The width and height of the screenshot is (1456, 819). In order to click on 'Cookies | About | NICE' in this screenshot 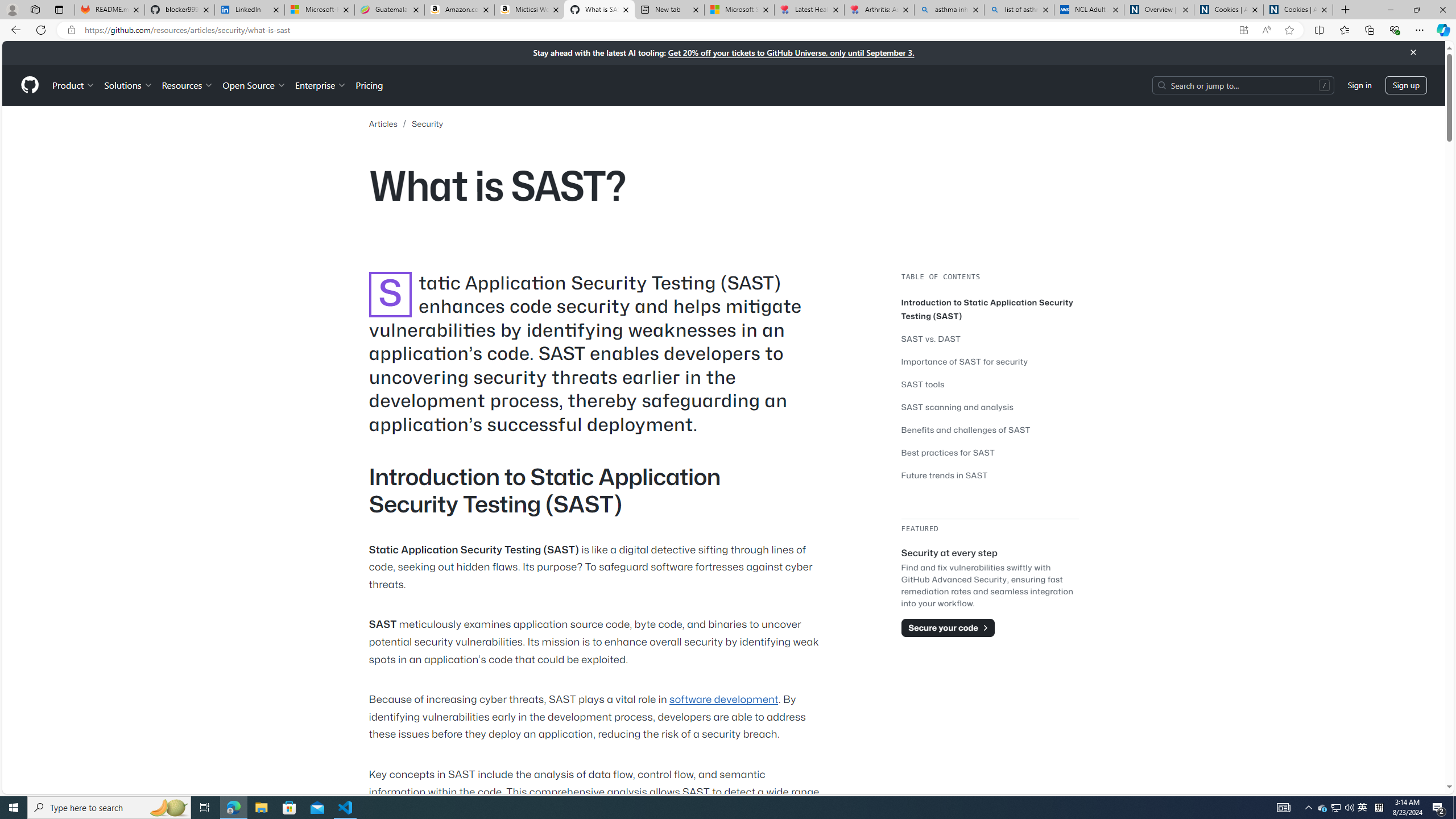, I will do `click(1298, 9)`.